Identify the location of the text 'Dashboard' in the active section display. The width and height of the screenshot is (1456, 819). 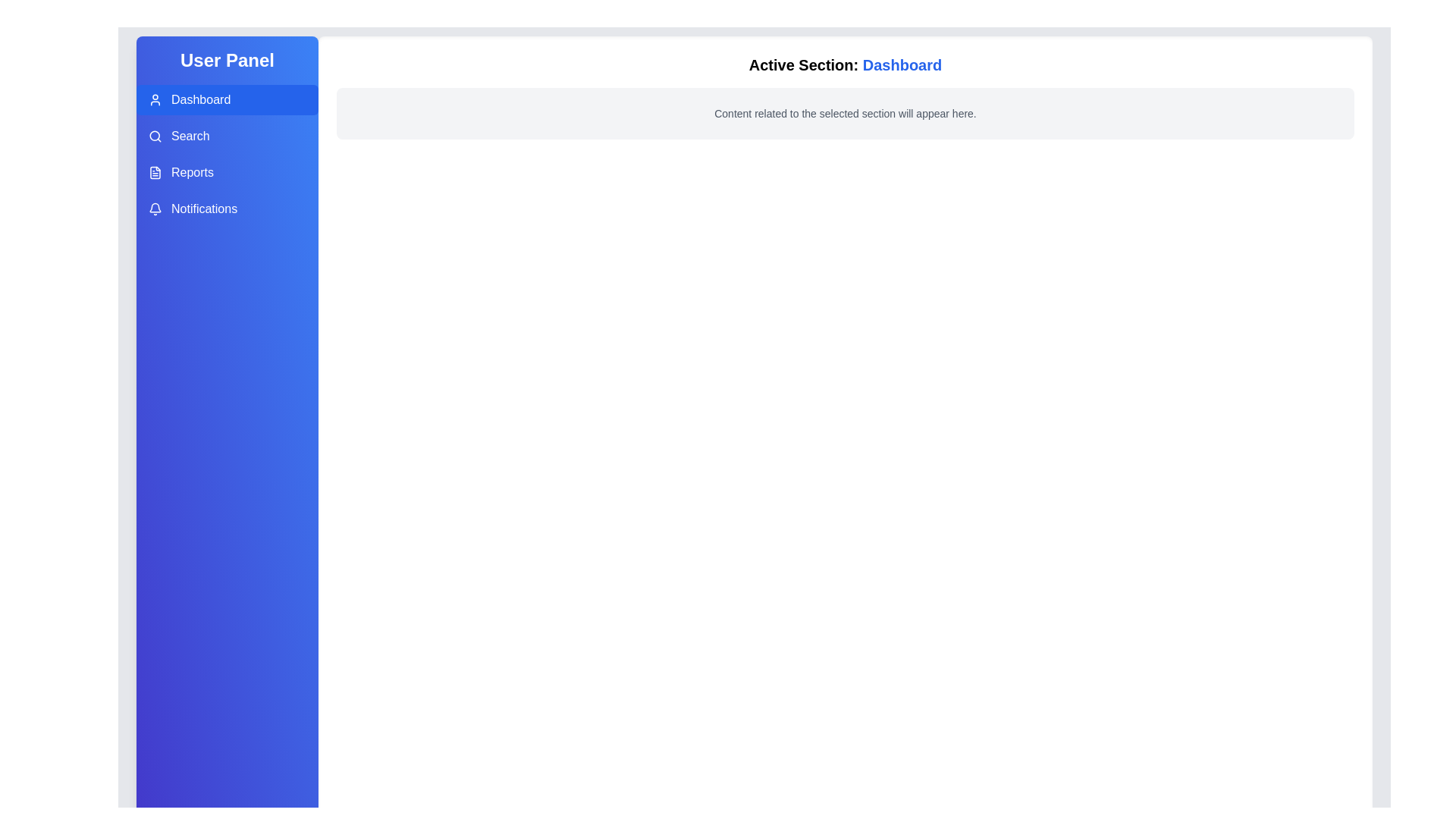
(902, 64).